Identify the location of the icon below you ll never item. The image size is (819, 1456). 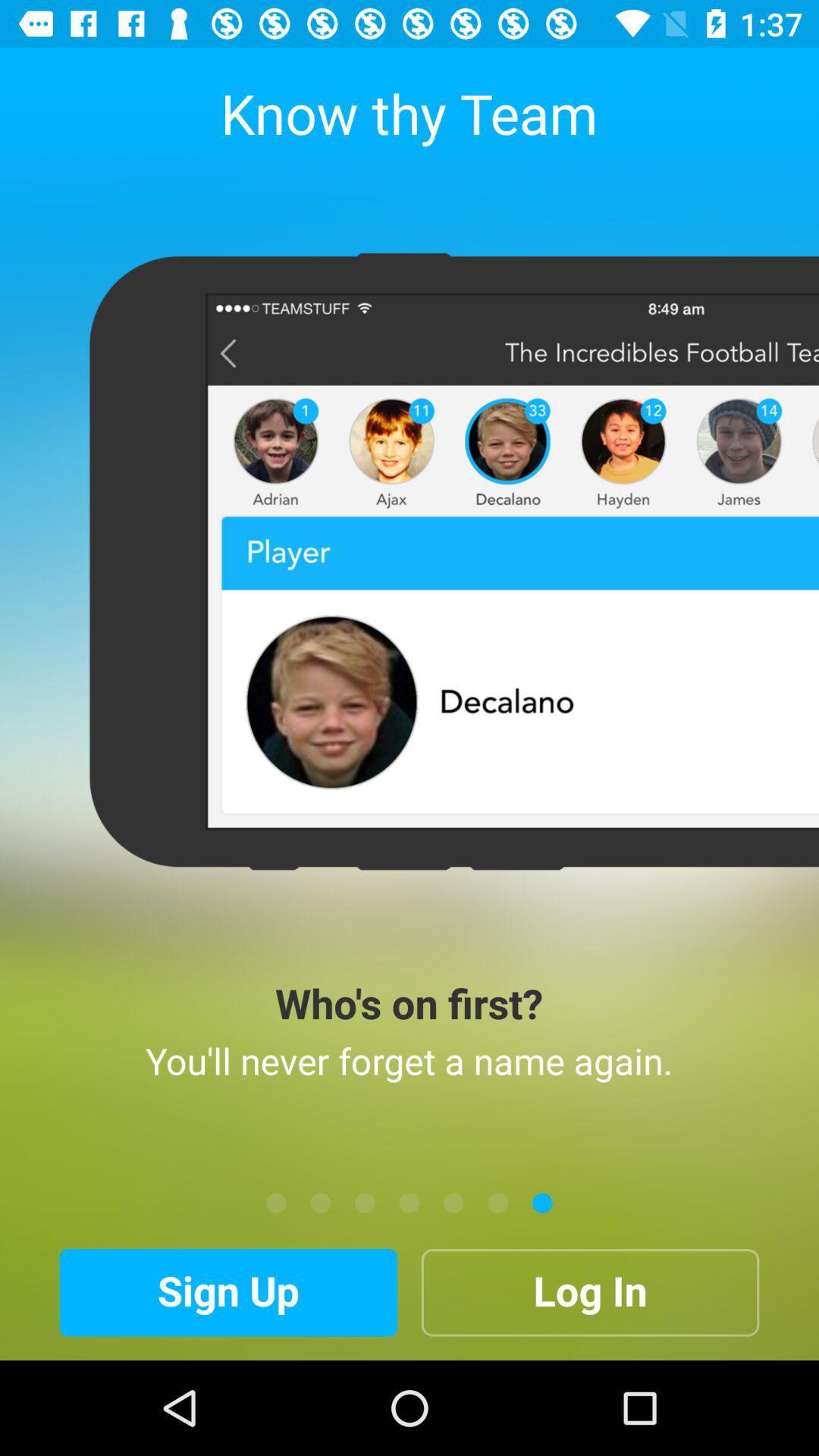
(320, 1202).